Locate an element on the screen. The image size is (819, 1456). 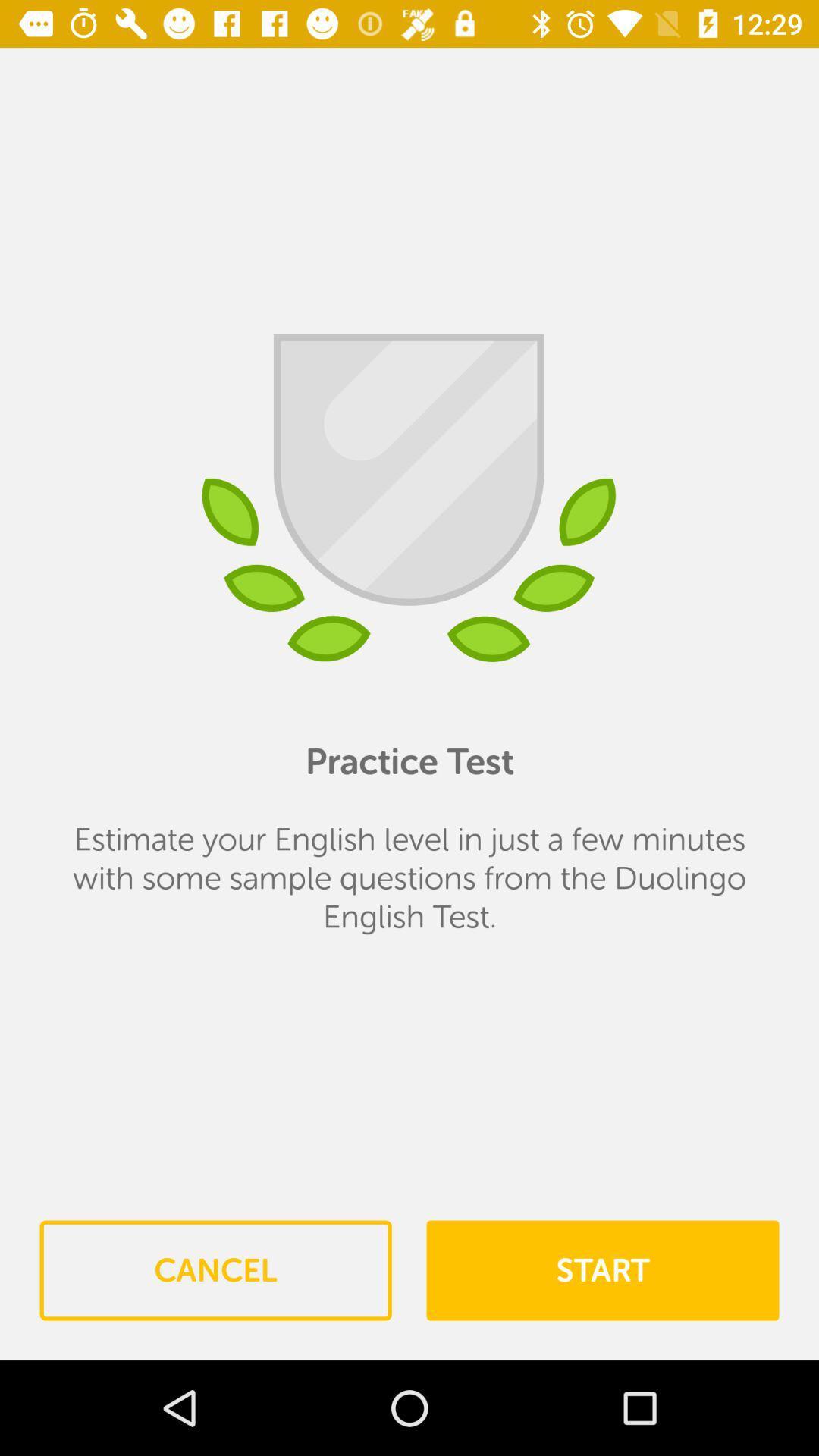
the icon at the bottom left corner is located at coordinates (215, 1270).